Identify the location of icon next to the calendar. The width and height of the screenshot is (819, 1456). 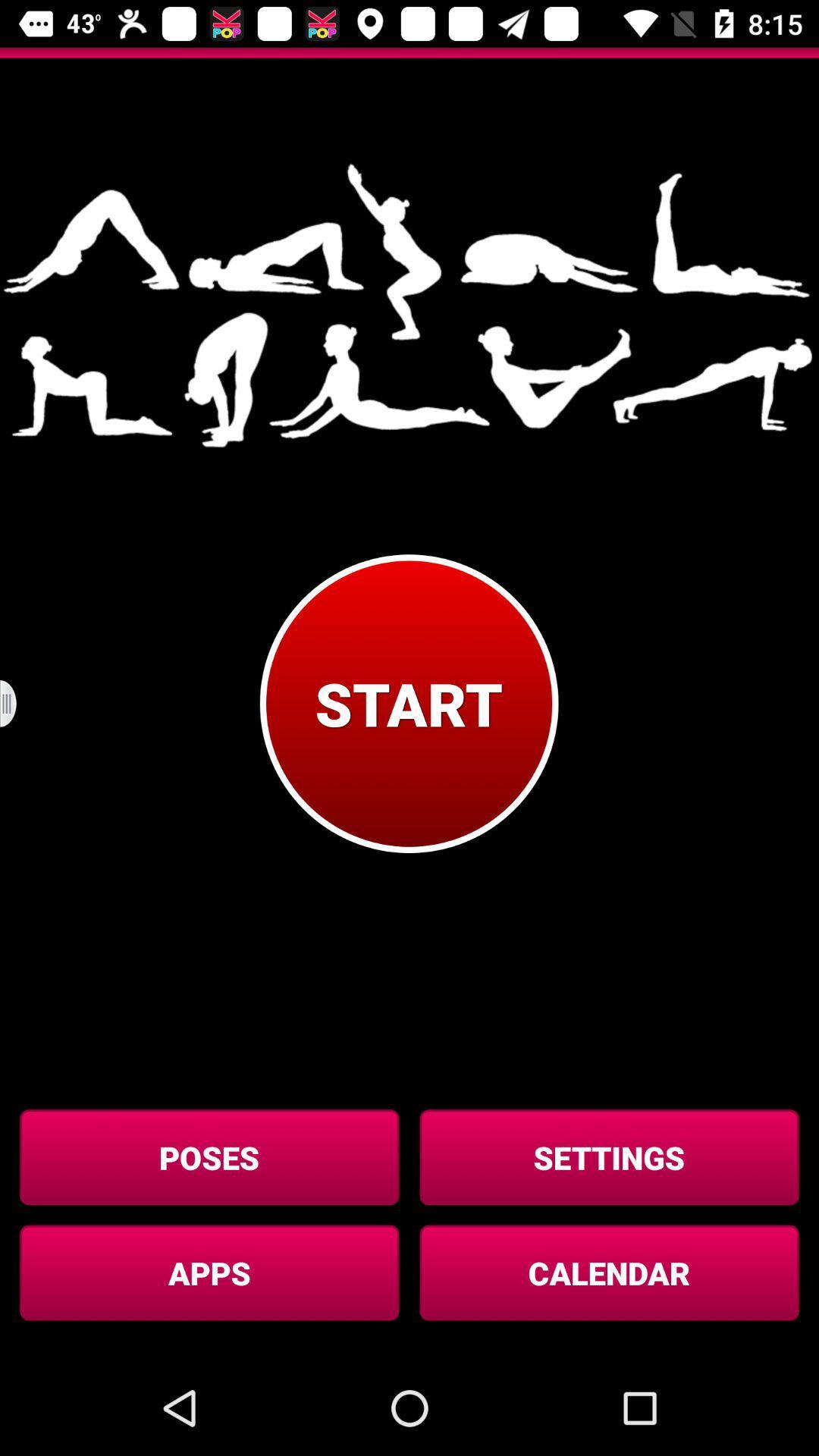
(209, 1272).